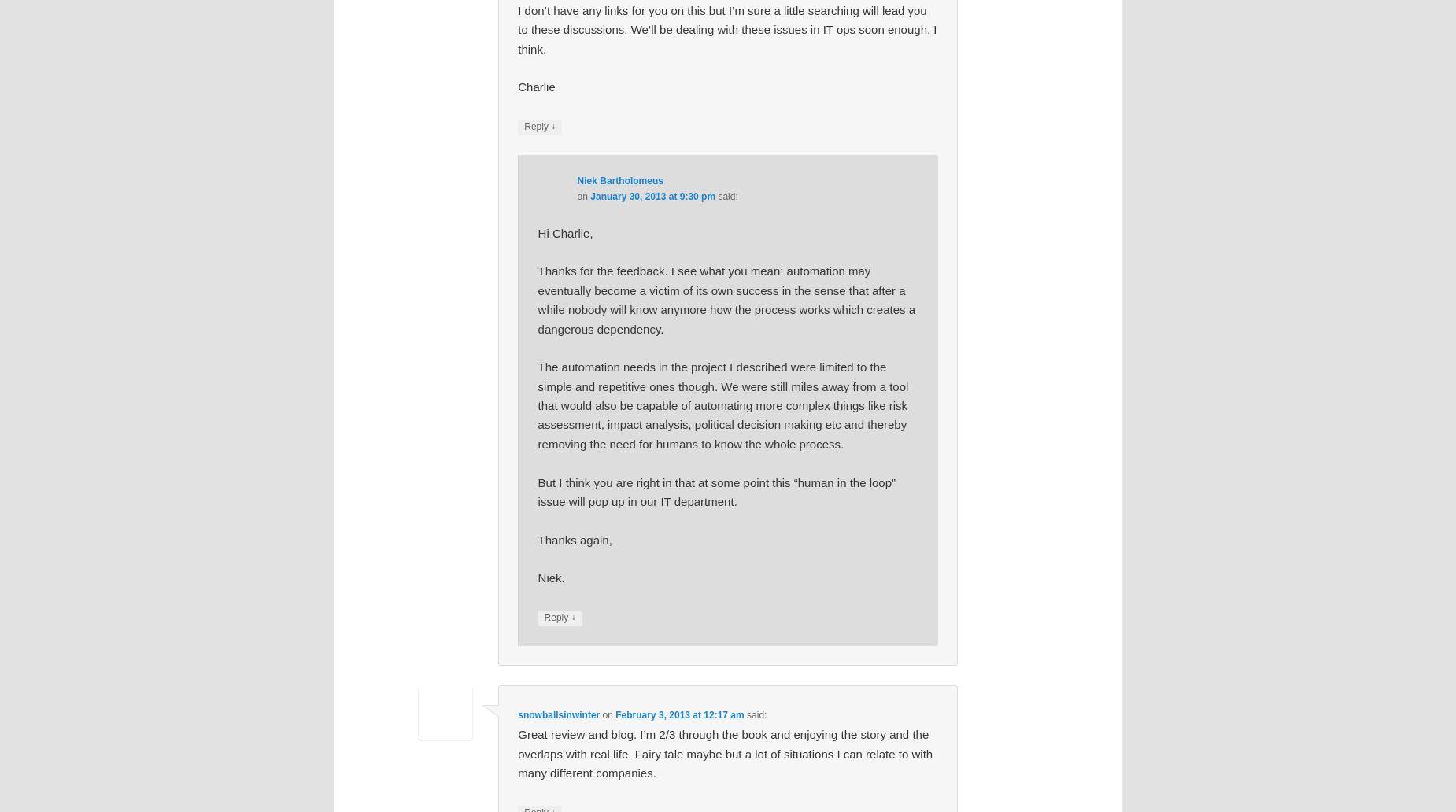  I want to click on 'Charlie', so click(536, 87).